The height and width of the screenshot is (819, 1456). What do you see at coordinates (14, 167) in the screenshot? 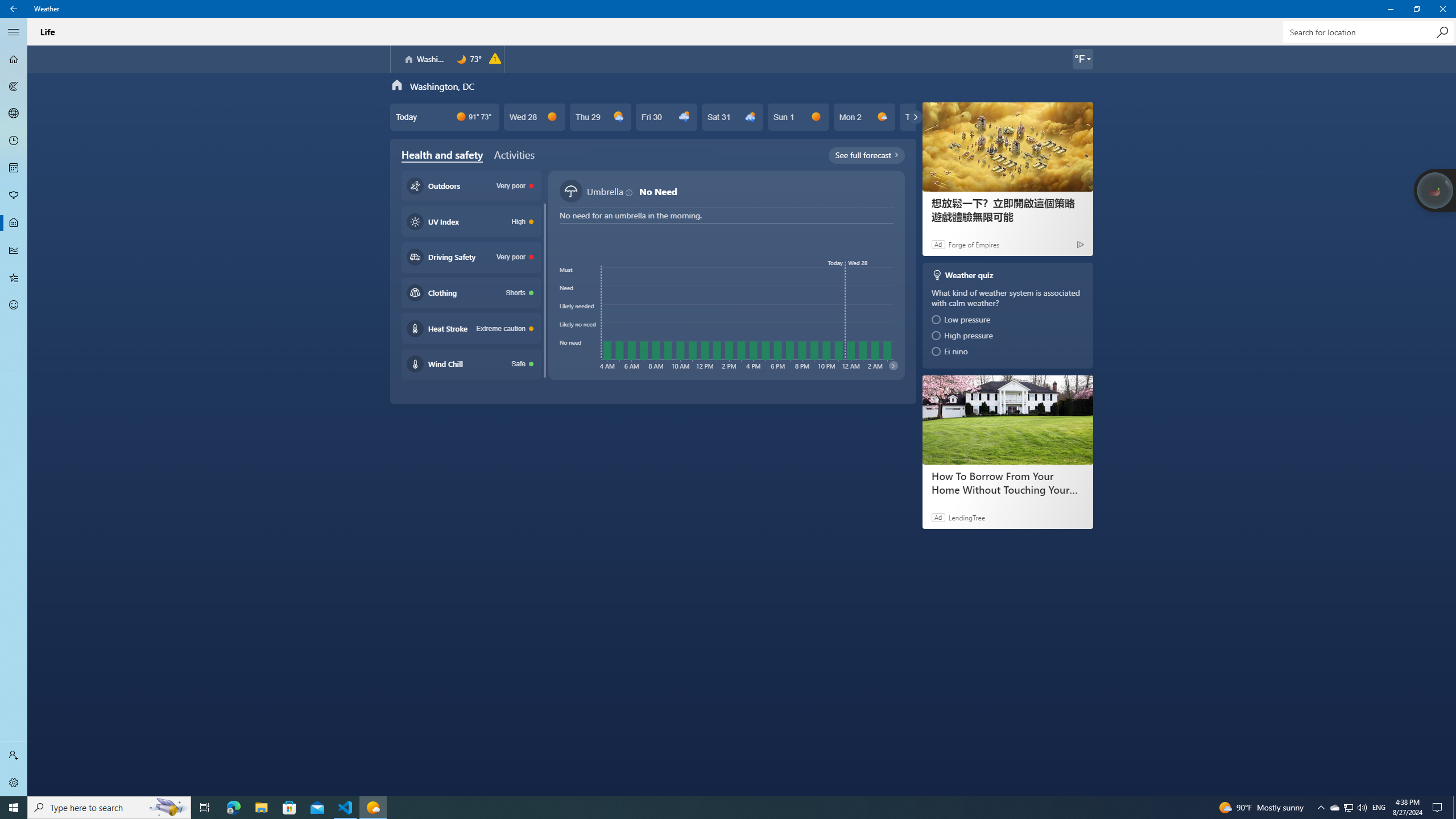
I see `'Monthly Forecast - Not Selected'` at bounding box center [14, 167].